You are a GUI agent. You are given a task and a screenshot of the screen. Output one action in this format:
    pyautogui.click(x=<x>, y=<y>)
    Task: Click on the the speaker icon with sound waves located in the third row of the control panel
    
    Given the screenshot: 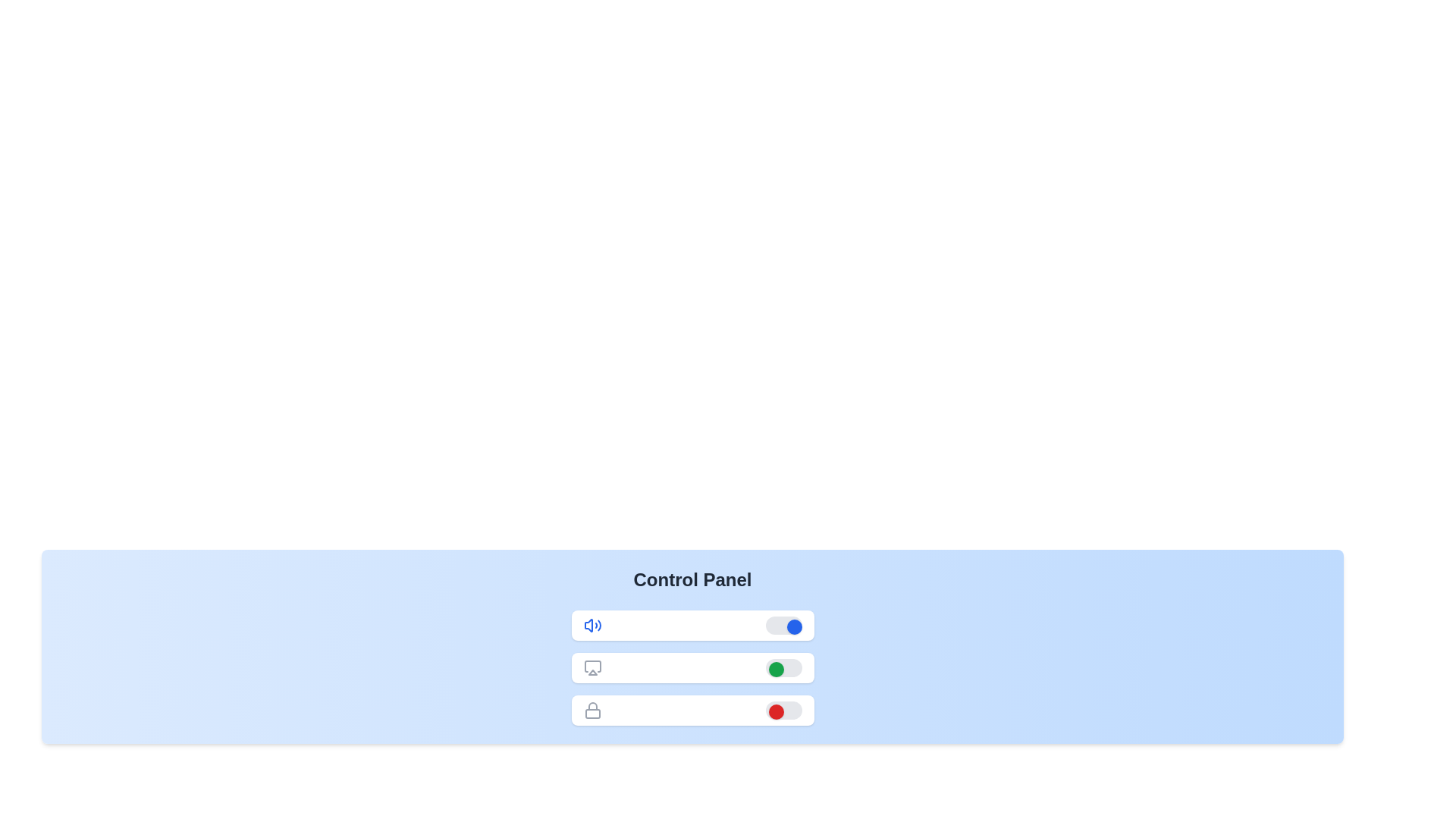 What is the action you would take?
    pyautogui.click(x=588, y=626)
    